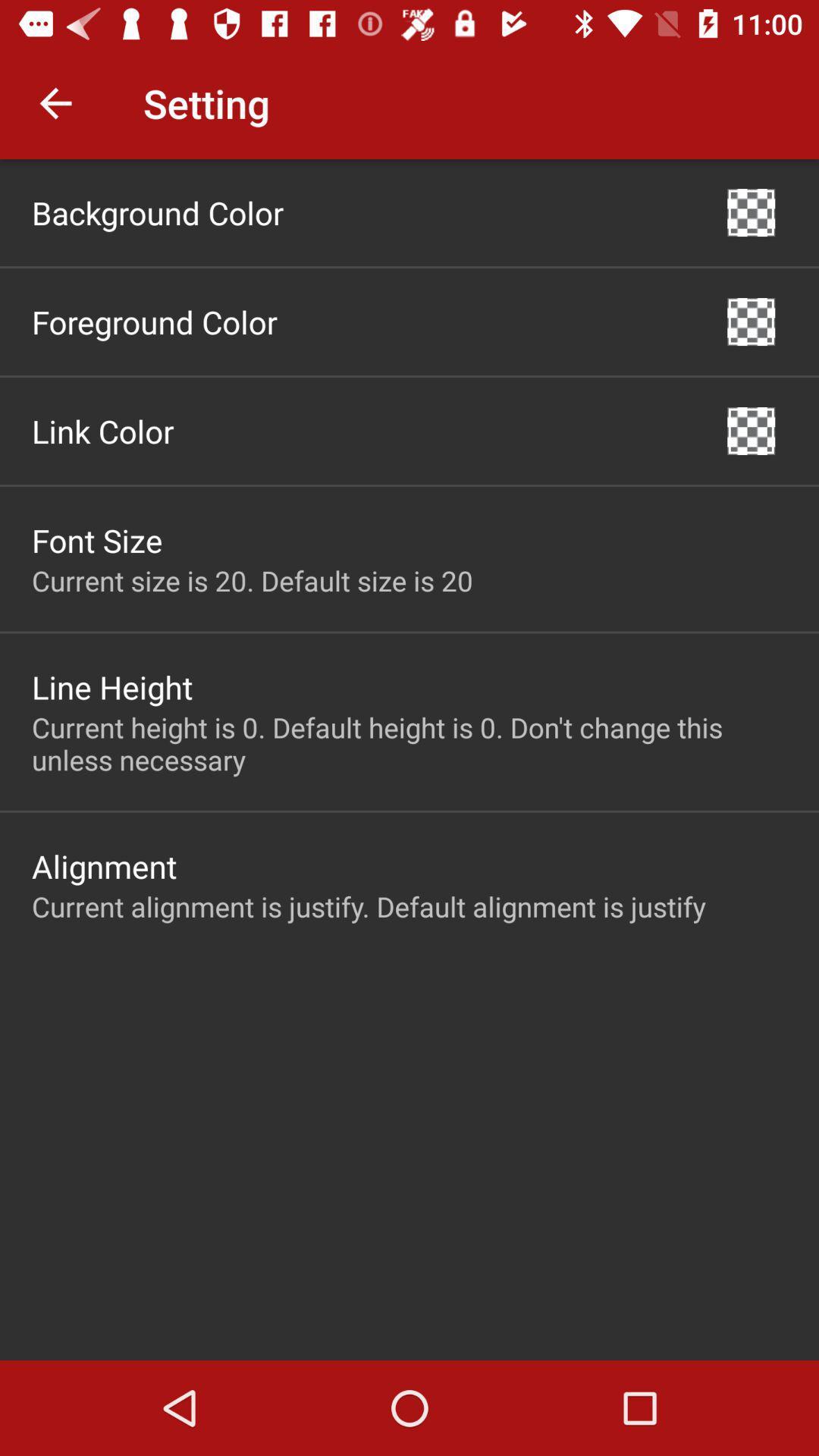  I want to click on the foreground color, so click(155, 321).